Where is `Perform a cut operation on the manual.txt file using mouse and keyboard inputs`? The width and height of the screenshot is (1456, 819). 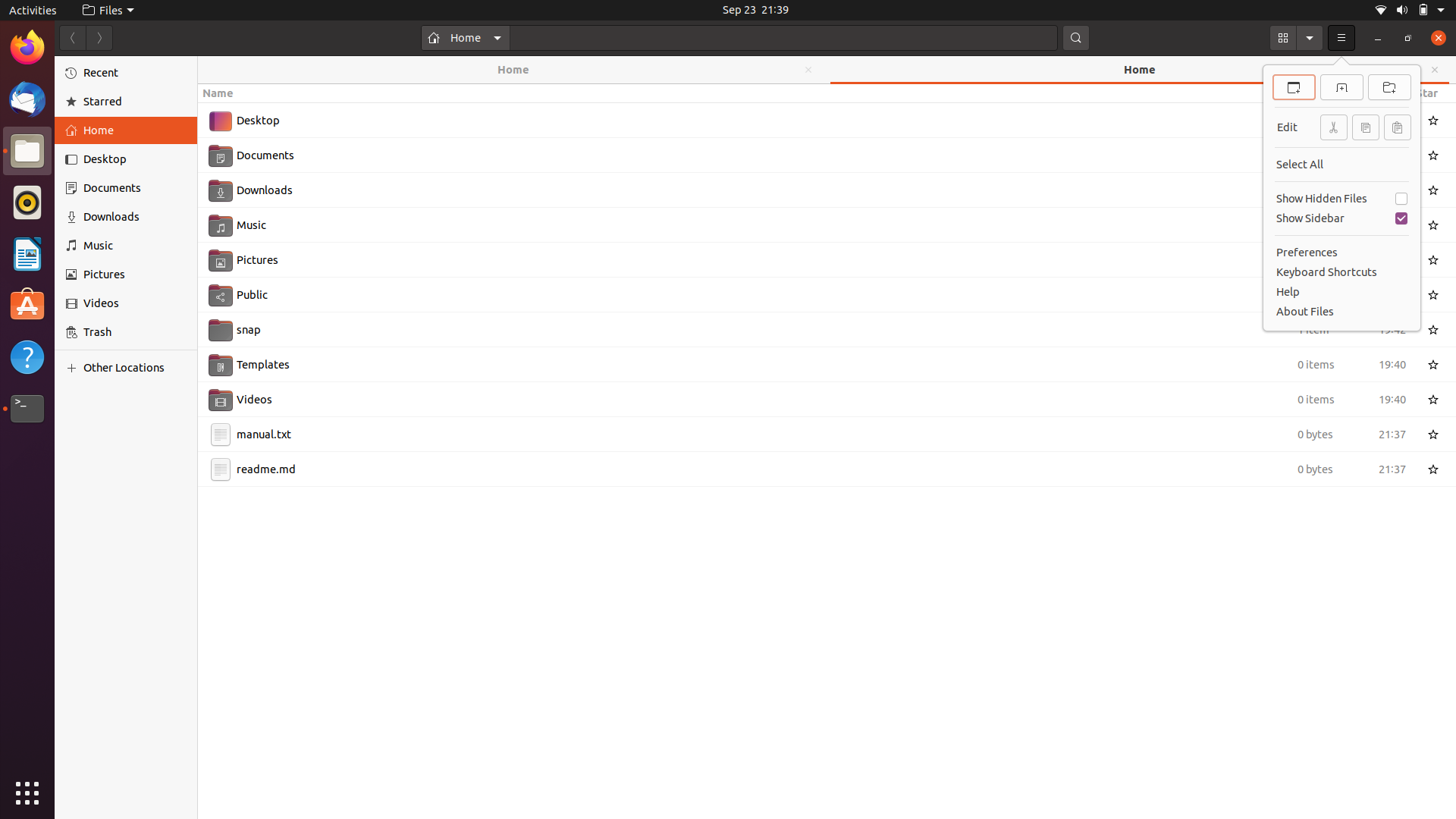
Perform a cut operation on the manual.txt file using mouse and keyboard inputs is located at coordinates (810, 433).